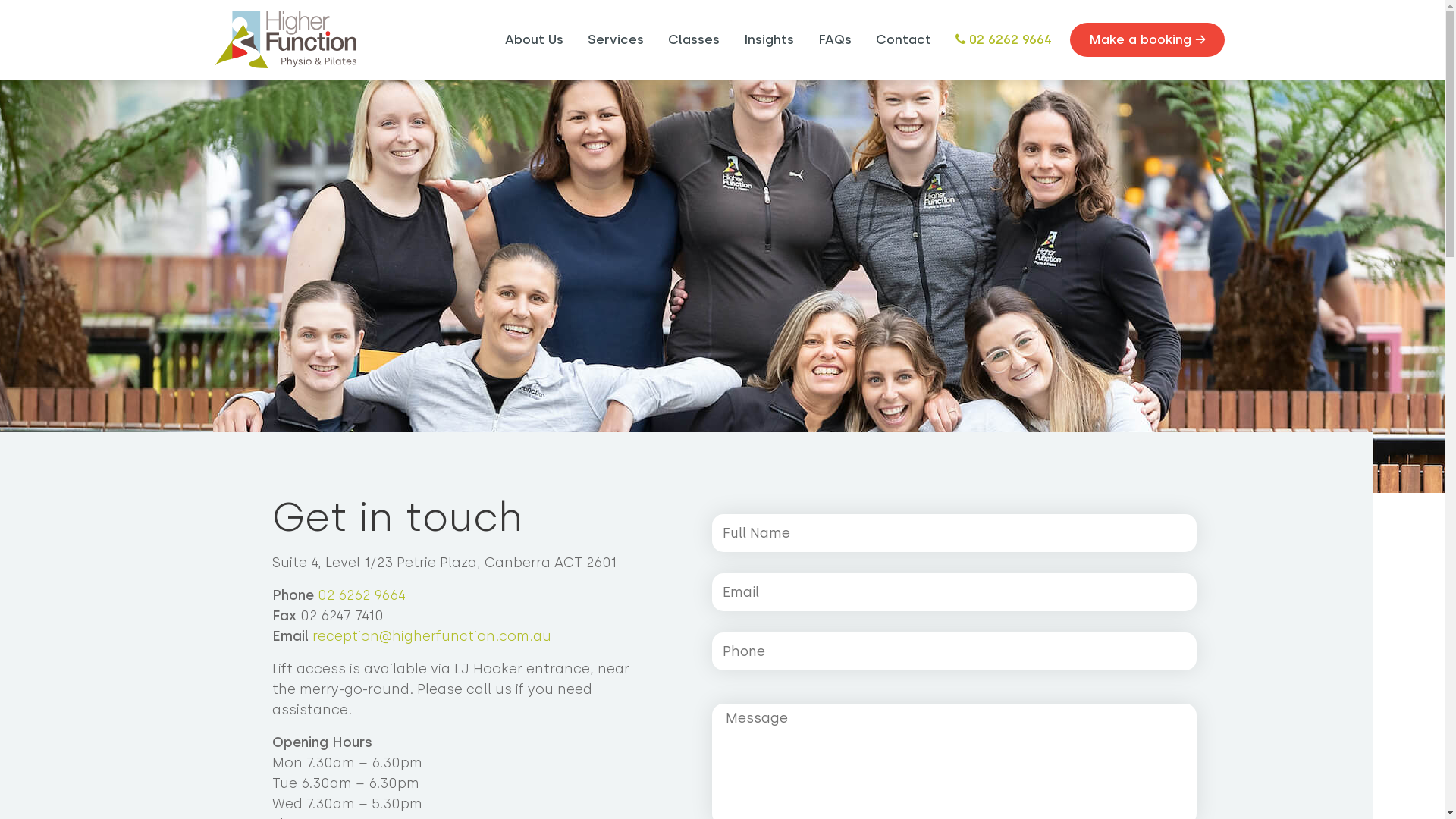  What do you see at coordinates (833, 39) in the screenshot?
I see `'FAQs'` at bounding box center [833, 39].